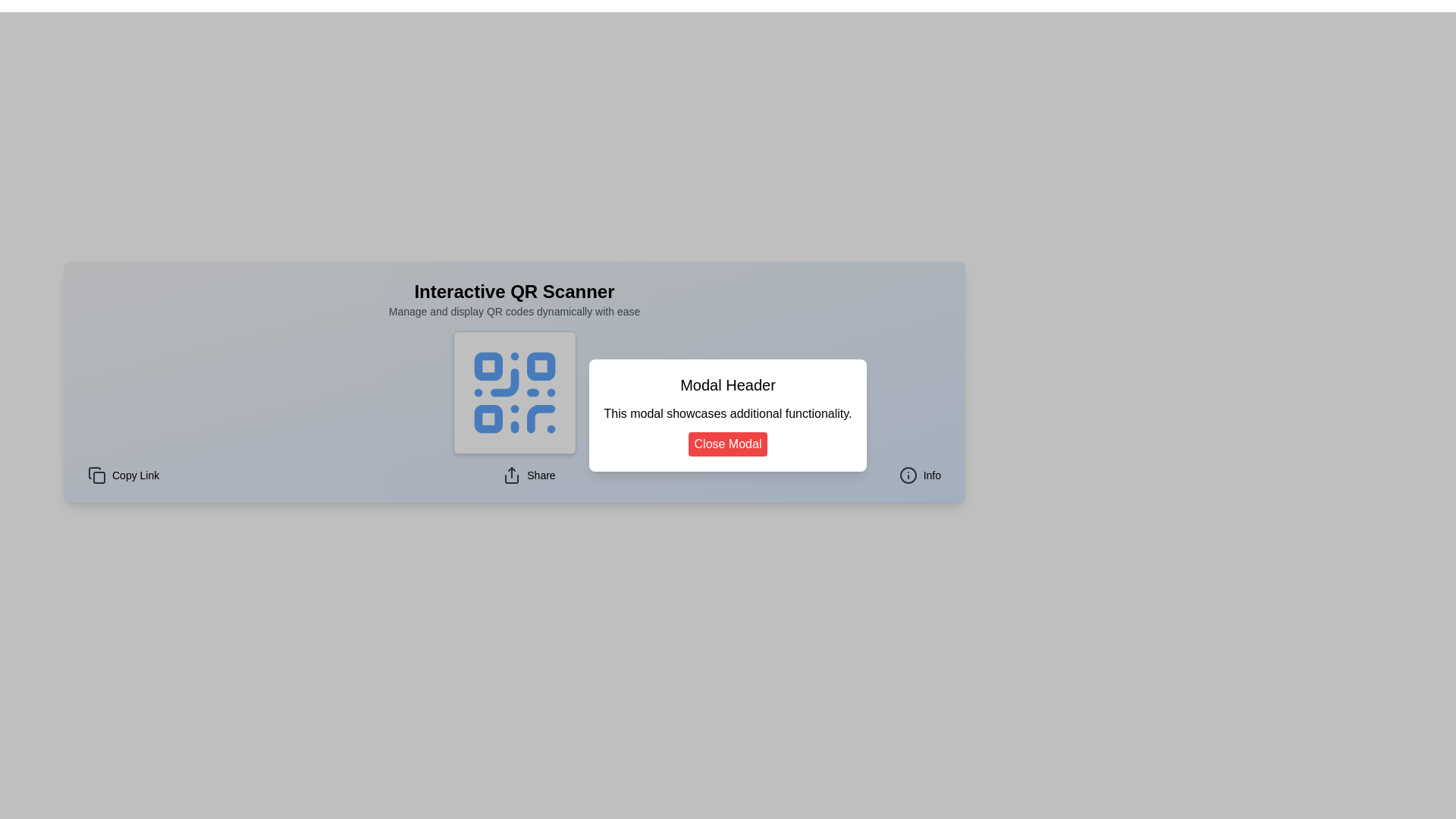  I want to click on the first visual block component of the QR code structure, located at the top-left corner of the QR code interface, so click(488, 366).